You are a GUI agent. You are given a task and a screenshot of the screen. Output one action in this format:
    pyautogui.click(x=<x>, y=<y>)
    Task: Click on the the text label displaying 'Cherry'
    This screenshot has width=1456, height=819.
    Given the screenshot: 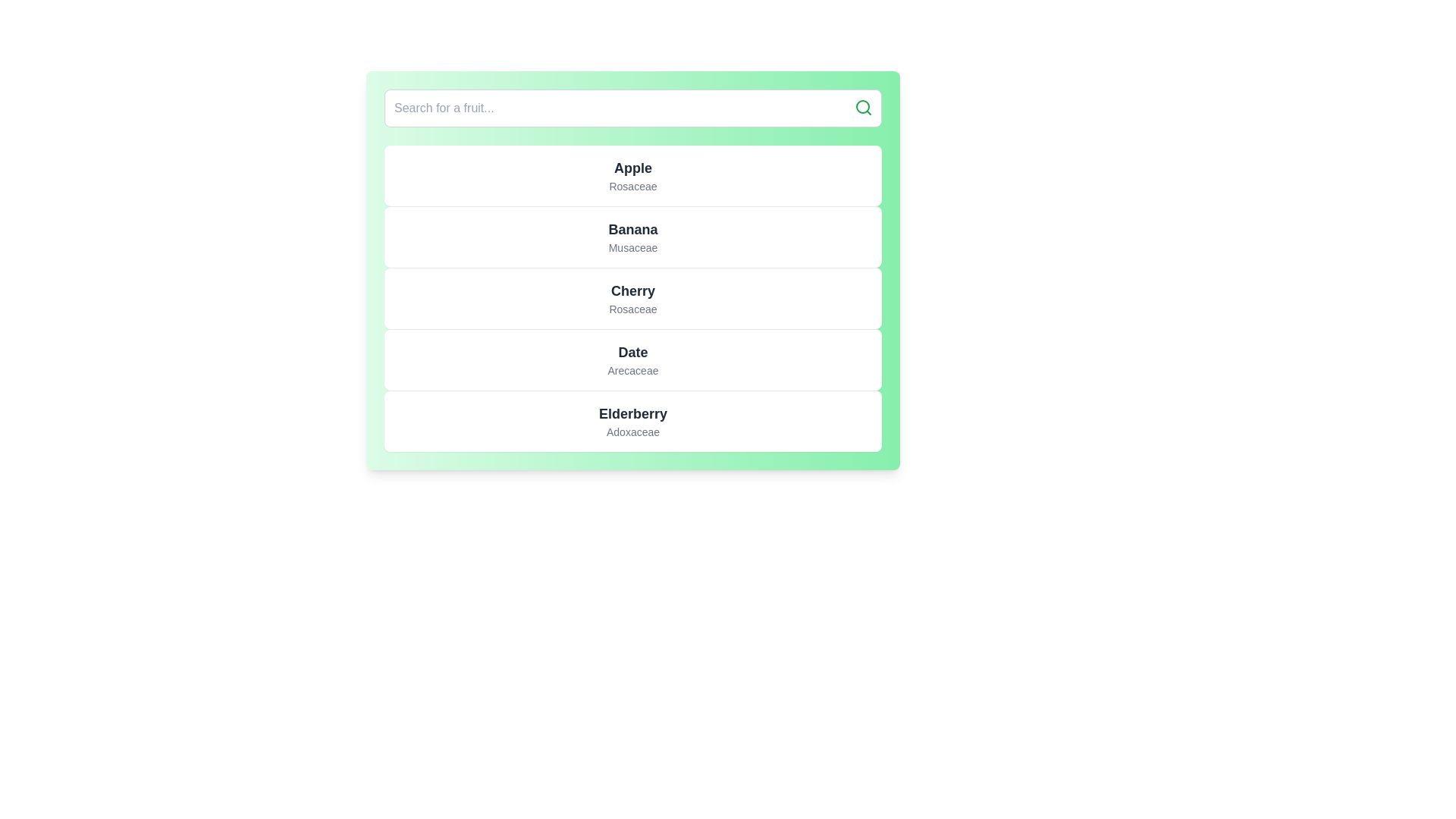 What is the action you would take?
    pyautogui.click(x=633, y=291)
    